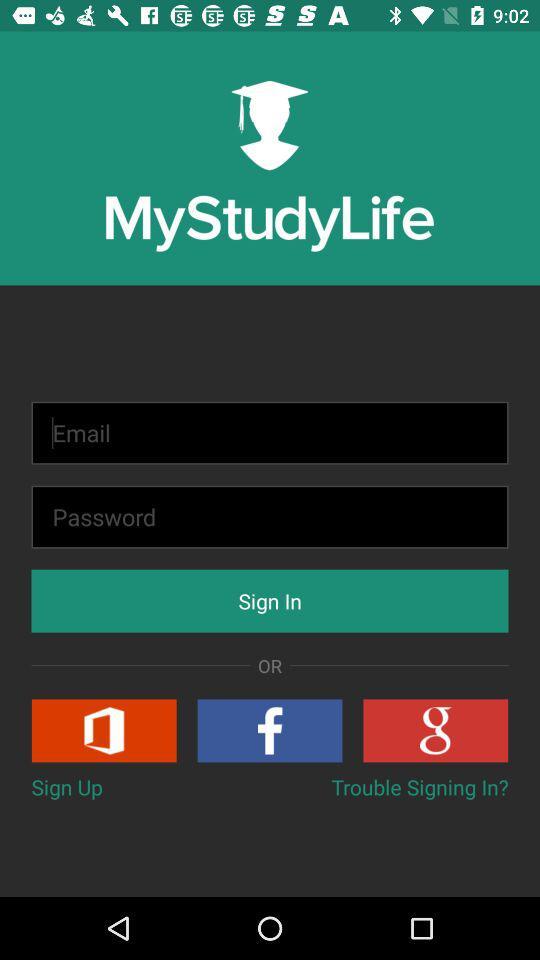  I want to click on signup with google, so click(434, 729).